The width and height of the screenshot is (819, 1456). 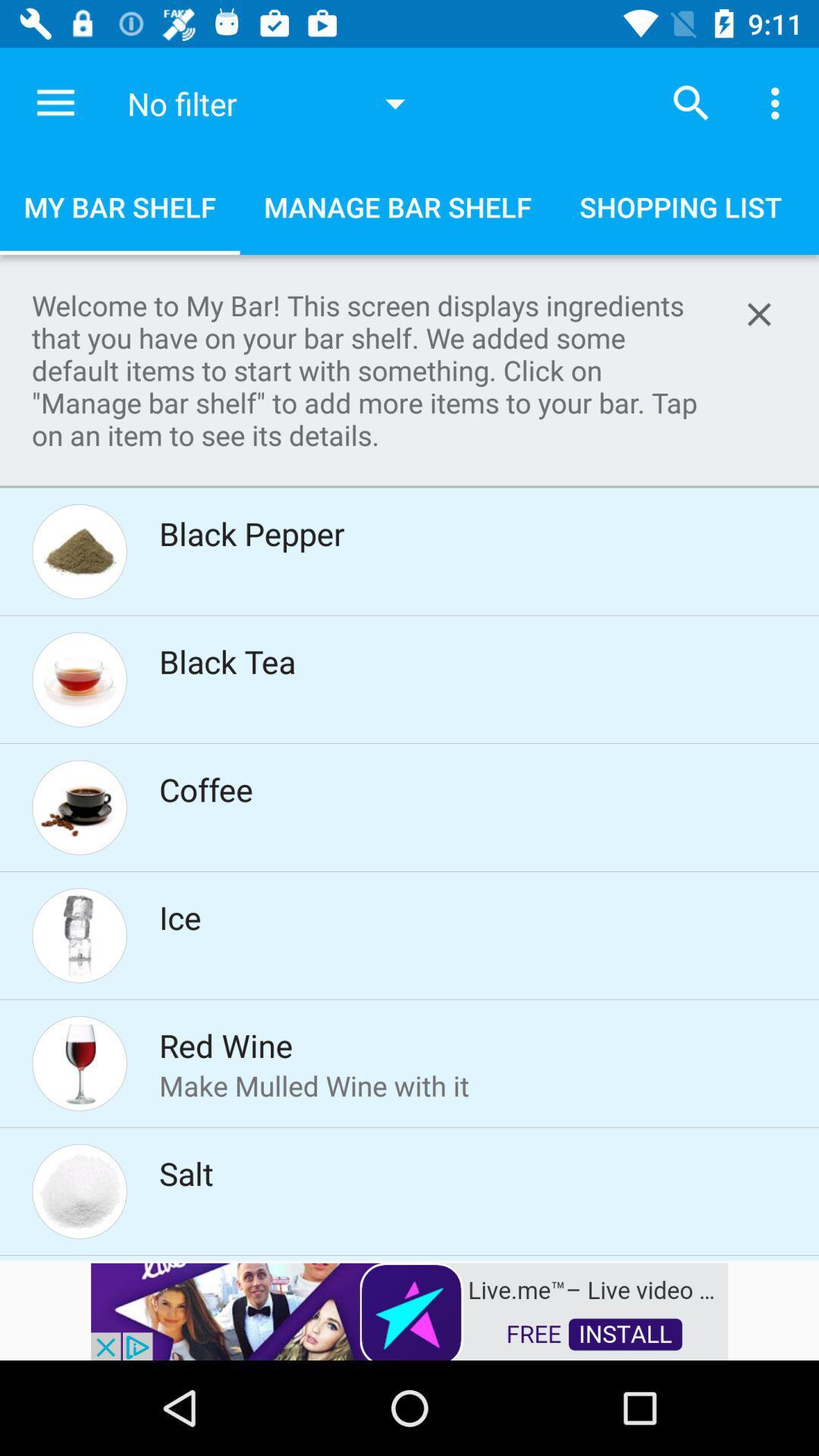 I want to click on the image positioned left to black tea, so click(x=79, y=679).